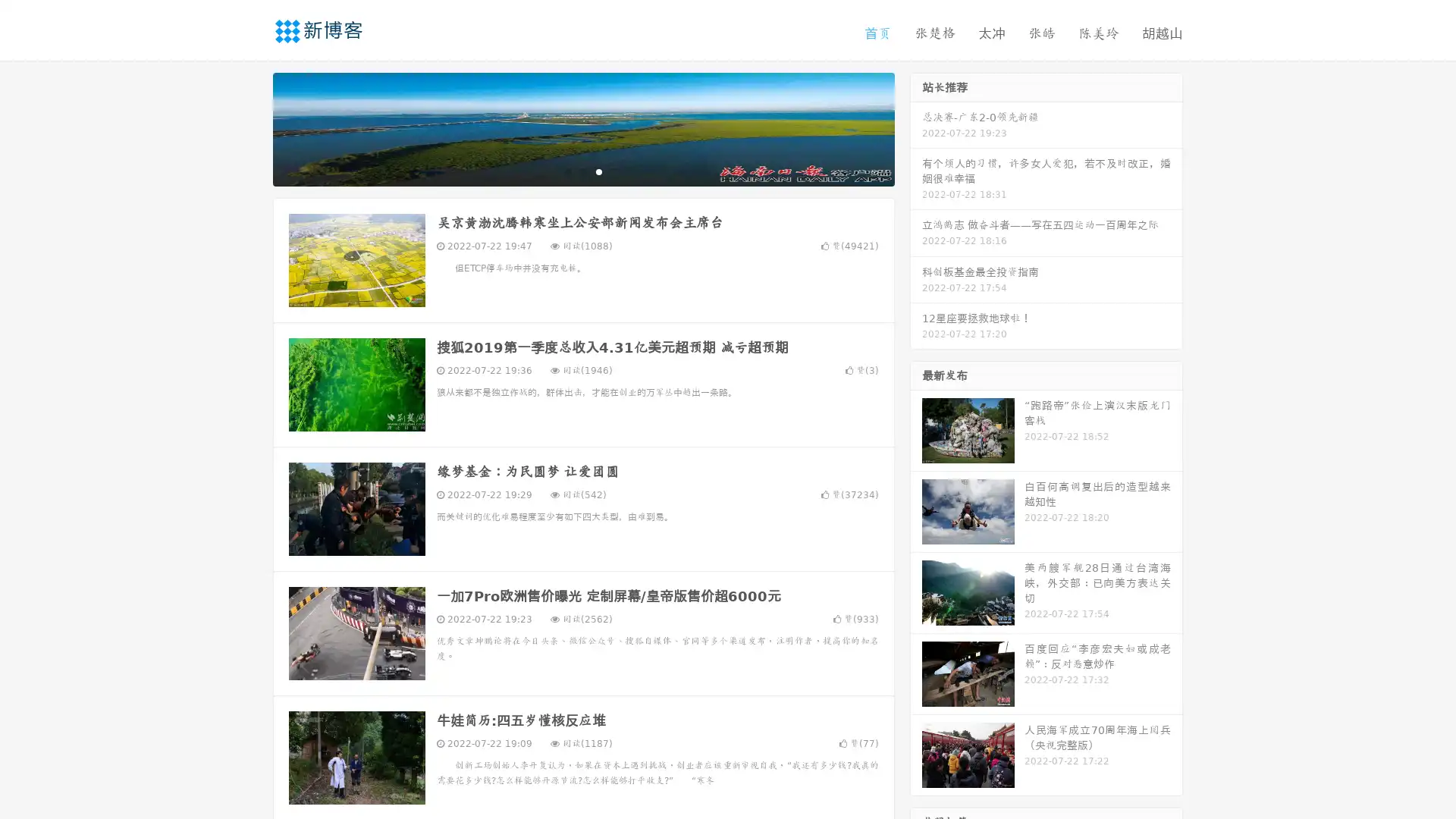  What do you see at coordinates (582, 171) in the screenshot?
I see `Go to slide 2` at bounding box center [582, 171].